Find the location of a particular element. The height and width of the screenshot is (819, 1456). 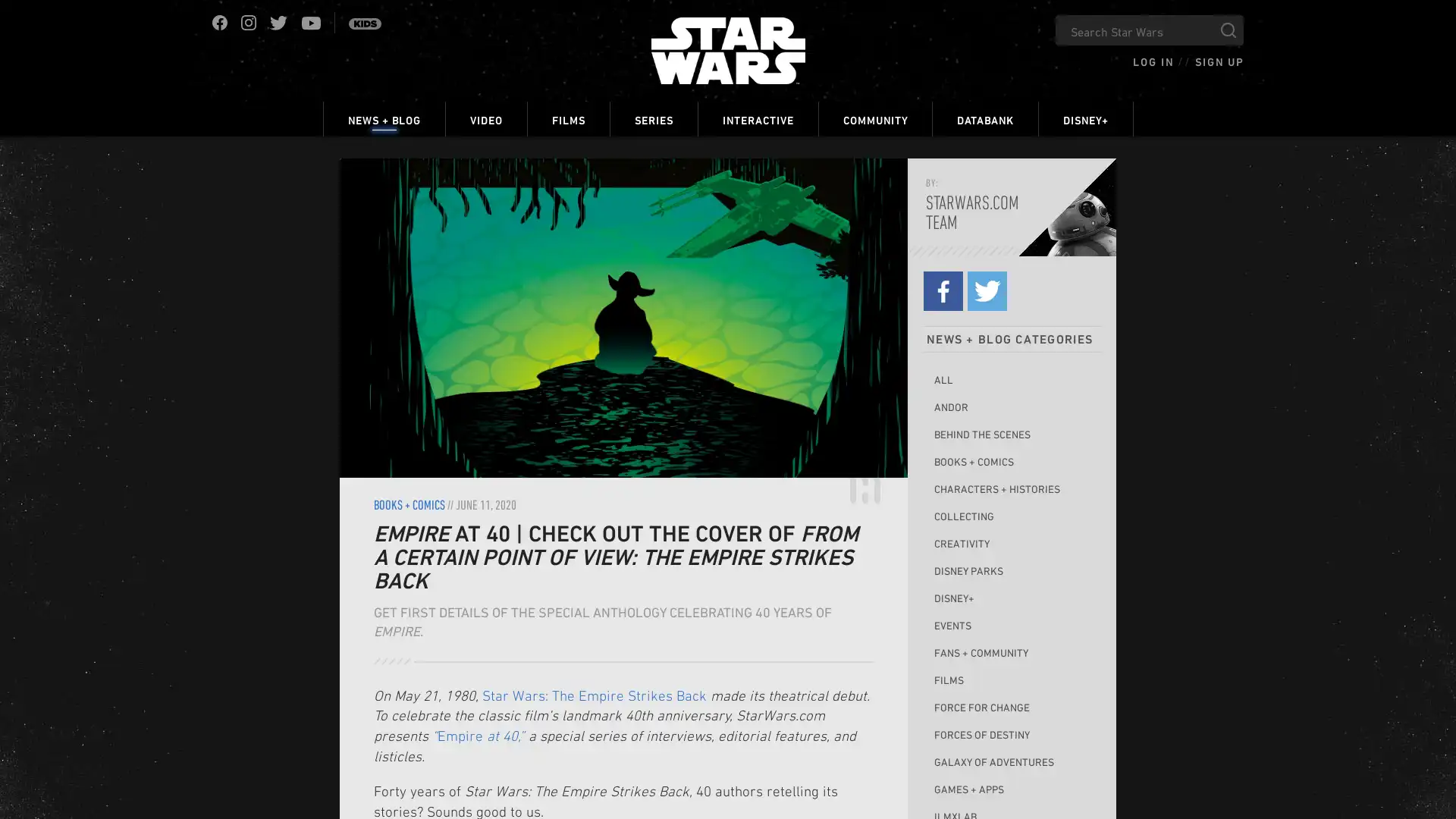

LOG IN is located at coordinates (1153, 61).